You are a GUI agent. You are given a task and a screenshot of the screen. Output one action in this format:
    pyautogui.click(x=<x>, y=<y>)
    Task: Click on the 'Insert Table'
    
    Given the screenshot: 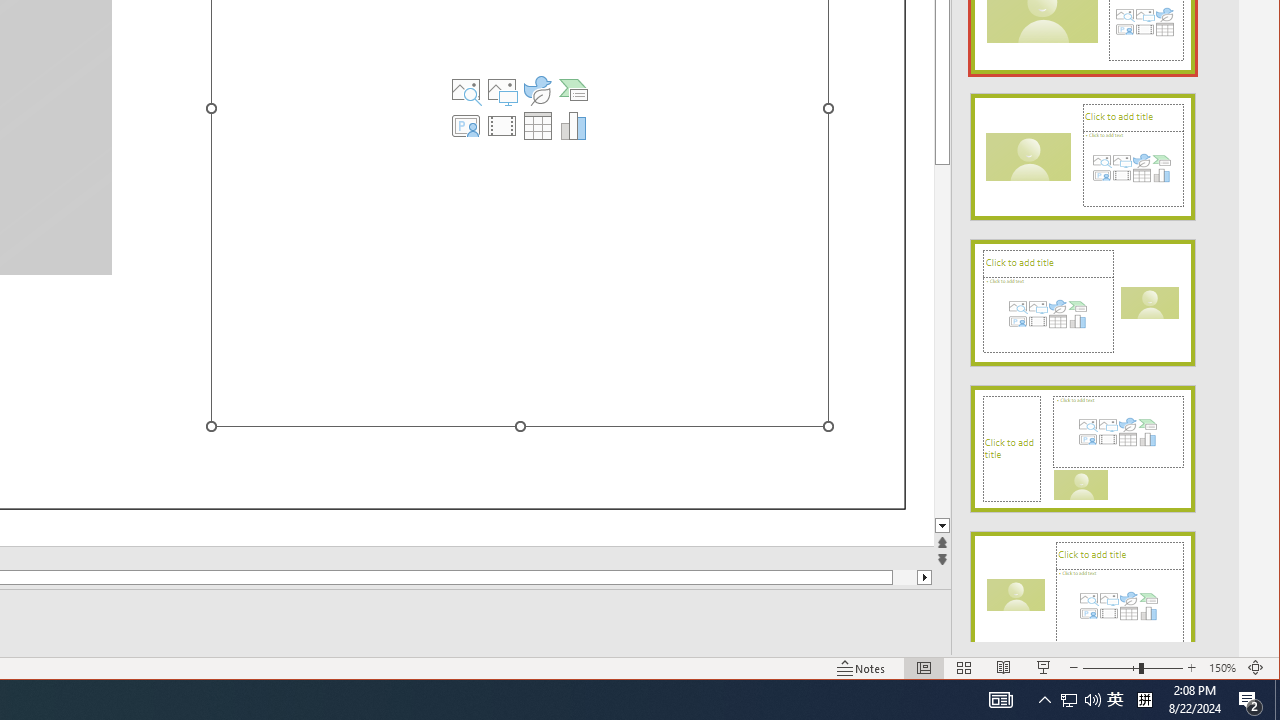 What is the action you would take?
    pyautogui.click(x=538, y=125)
    